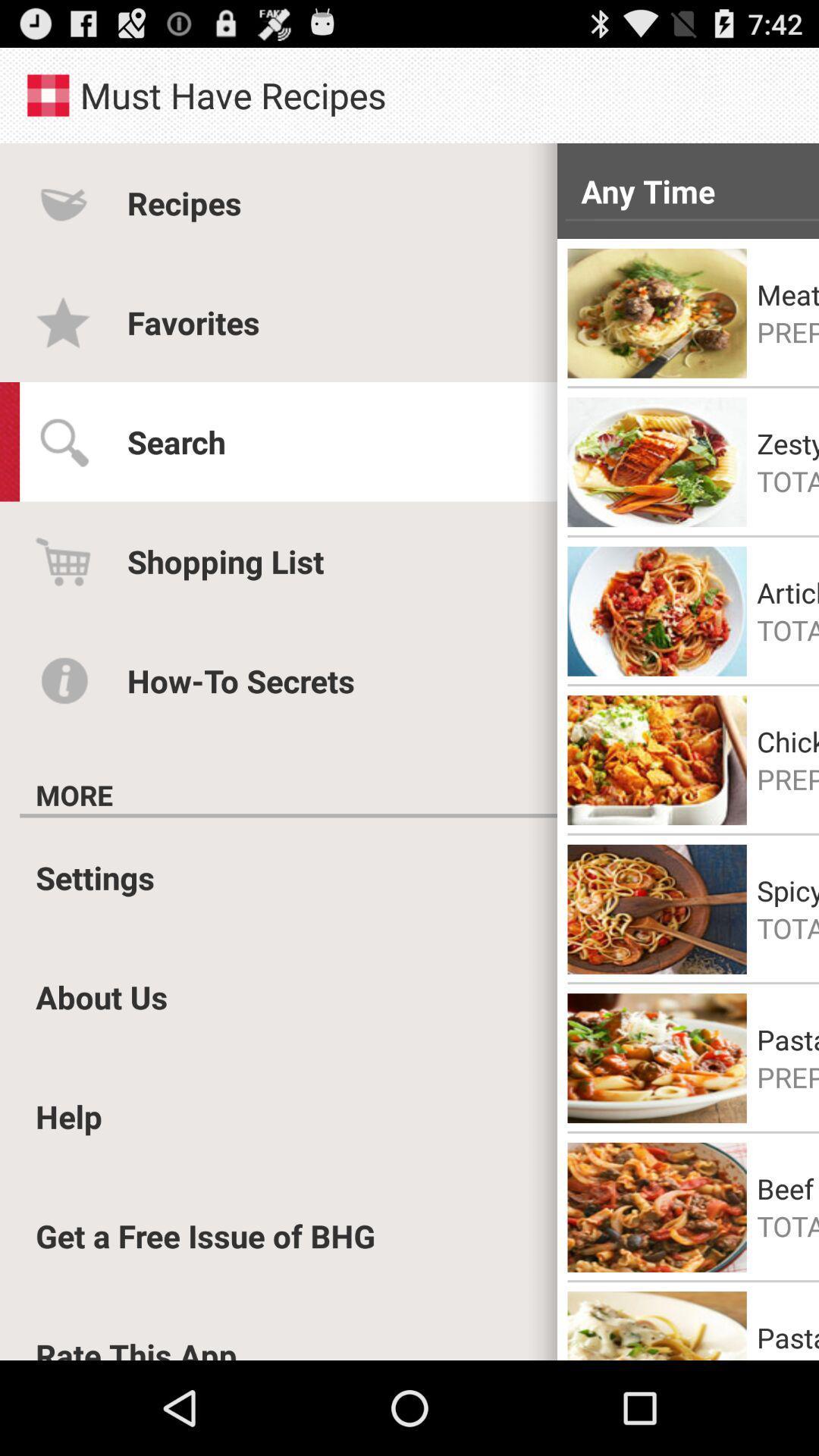 The width and height of the screenshot is (819, 1456). I want to click on the more app, so click(74, 794).